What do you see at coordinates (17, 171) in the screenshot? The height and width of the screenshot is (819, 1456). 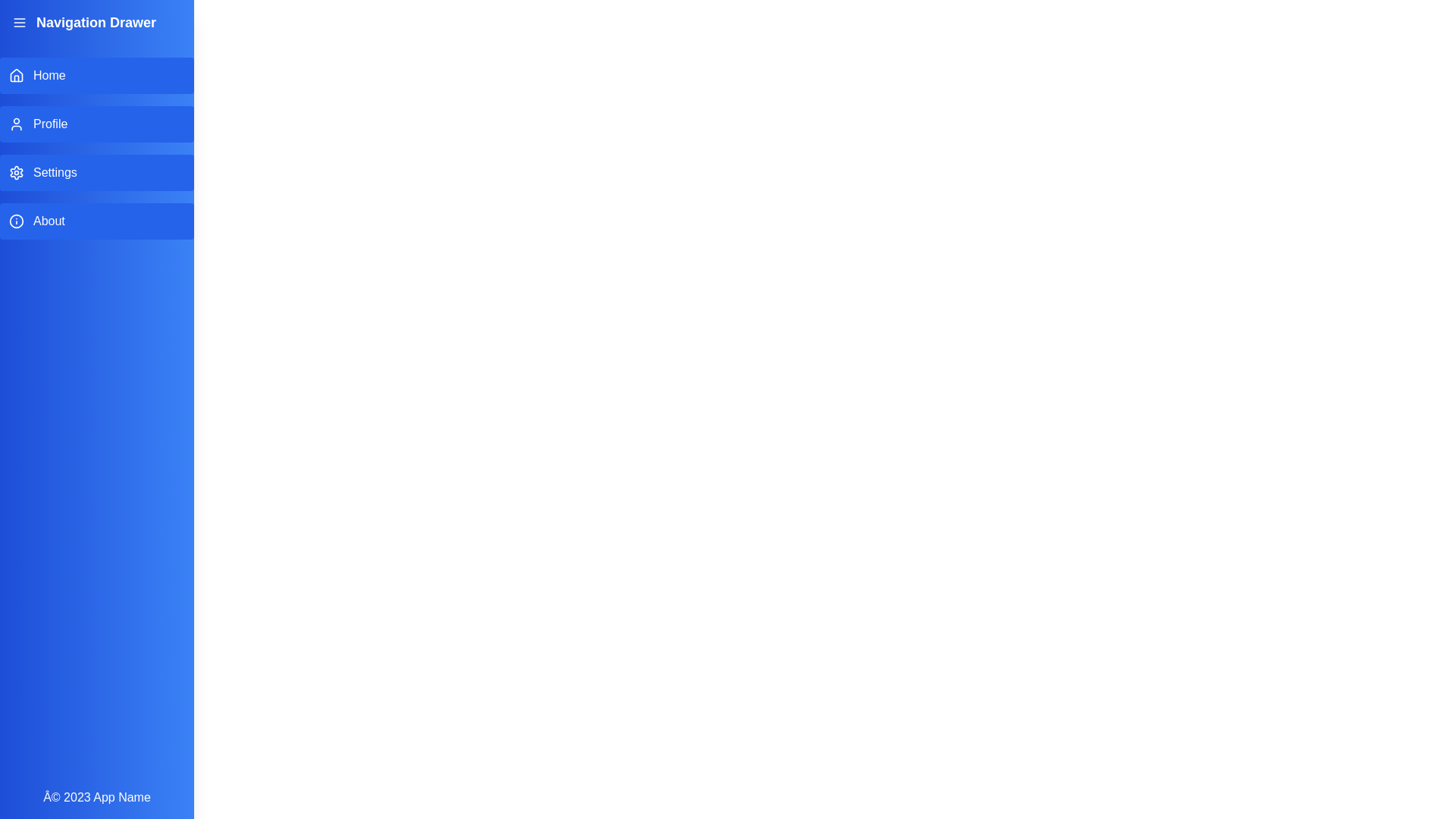 I see `the 'Settings' icon located in the vertical navigation drawer on the left side of the interface, positioned just to the left of the text 'Settings'` at bounding box center [17, 171].